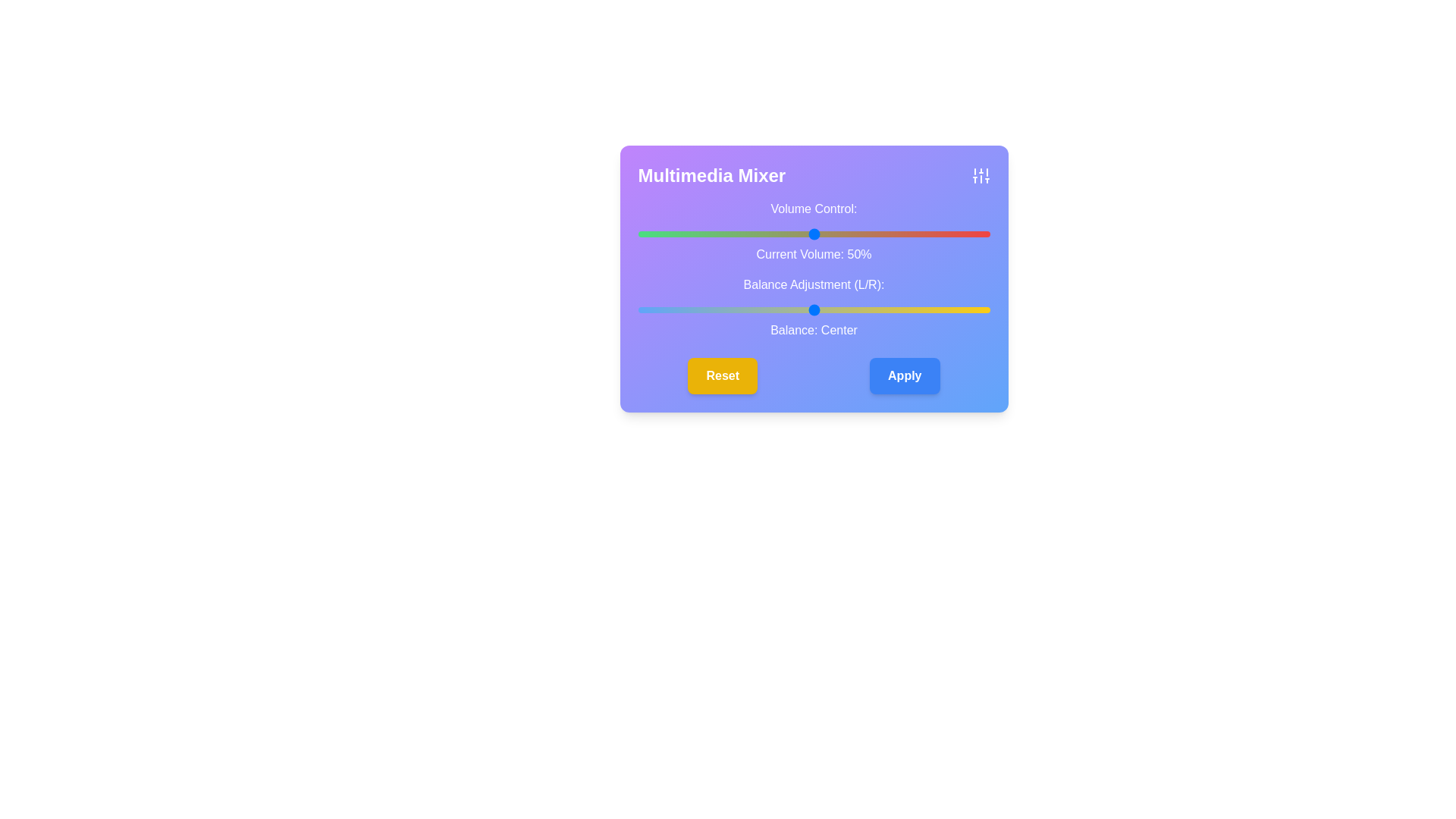  What do you see at coordinates (659, 309) in the screenshot?
I see `the balance slider to set the audio balance to -44` at bounding box center [659, 309].